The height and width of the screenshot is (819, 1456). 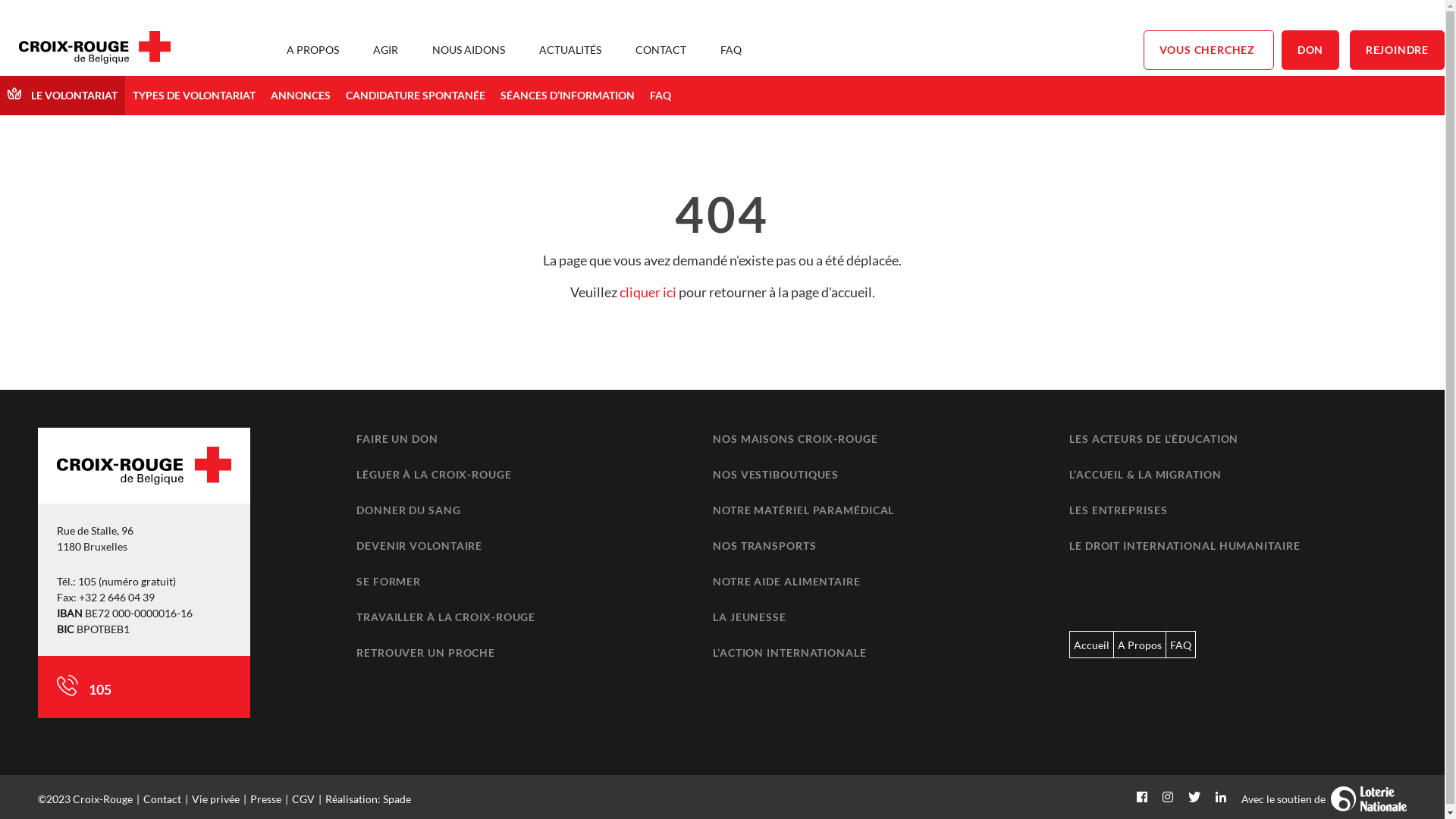 What do you see at coordinates (98, 689) in the screenshot?
I see `'105'` at bounding box center [98, 689].